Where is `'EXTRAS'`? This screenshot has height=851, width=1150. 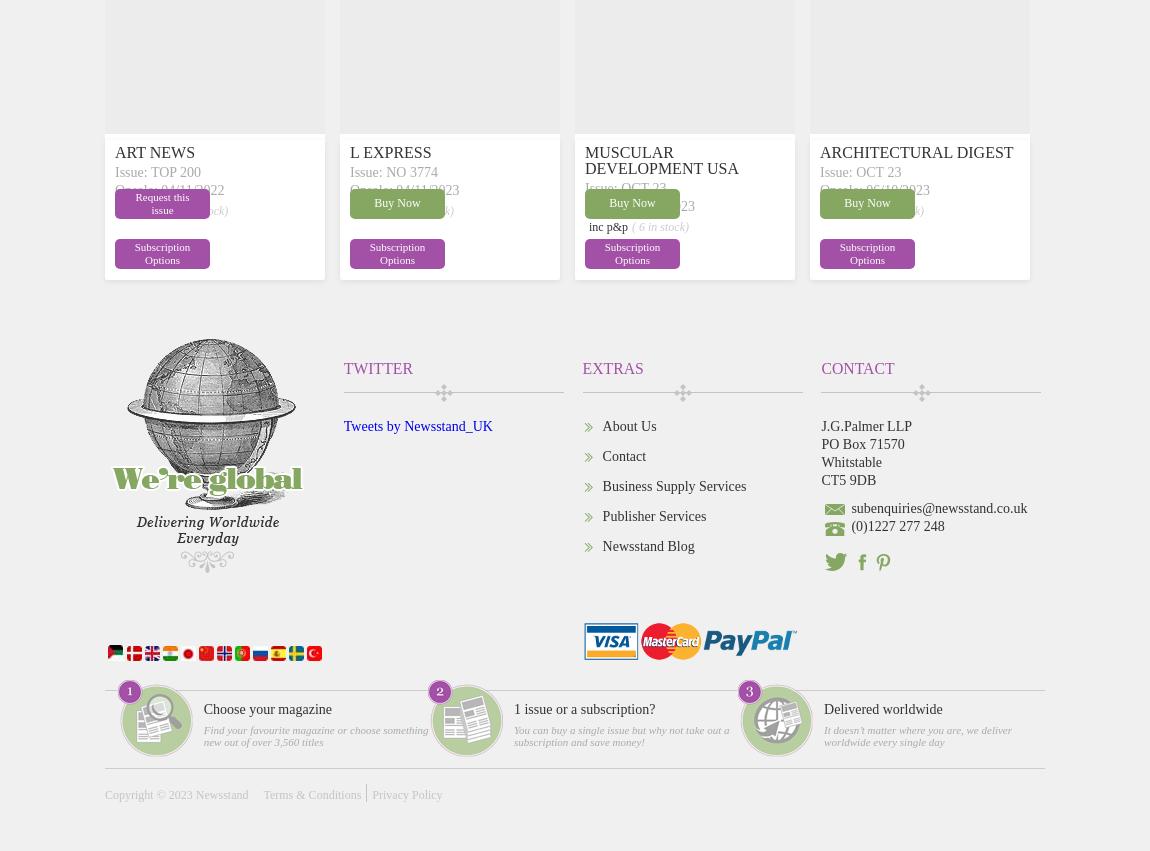
'EXTRAS' is located at coordinates (611, 367).